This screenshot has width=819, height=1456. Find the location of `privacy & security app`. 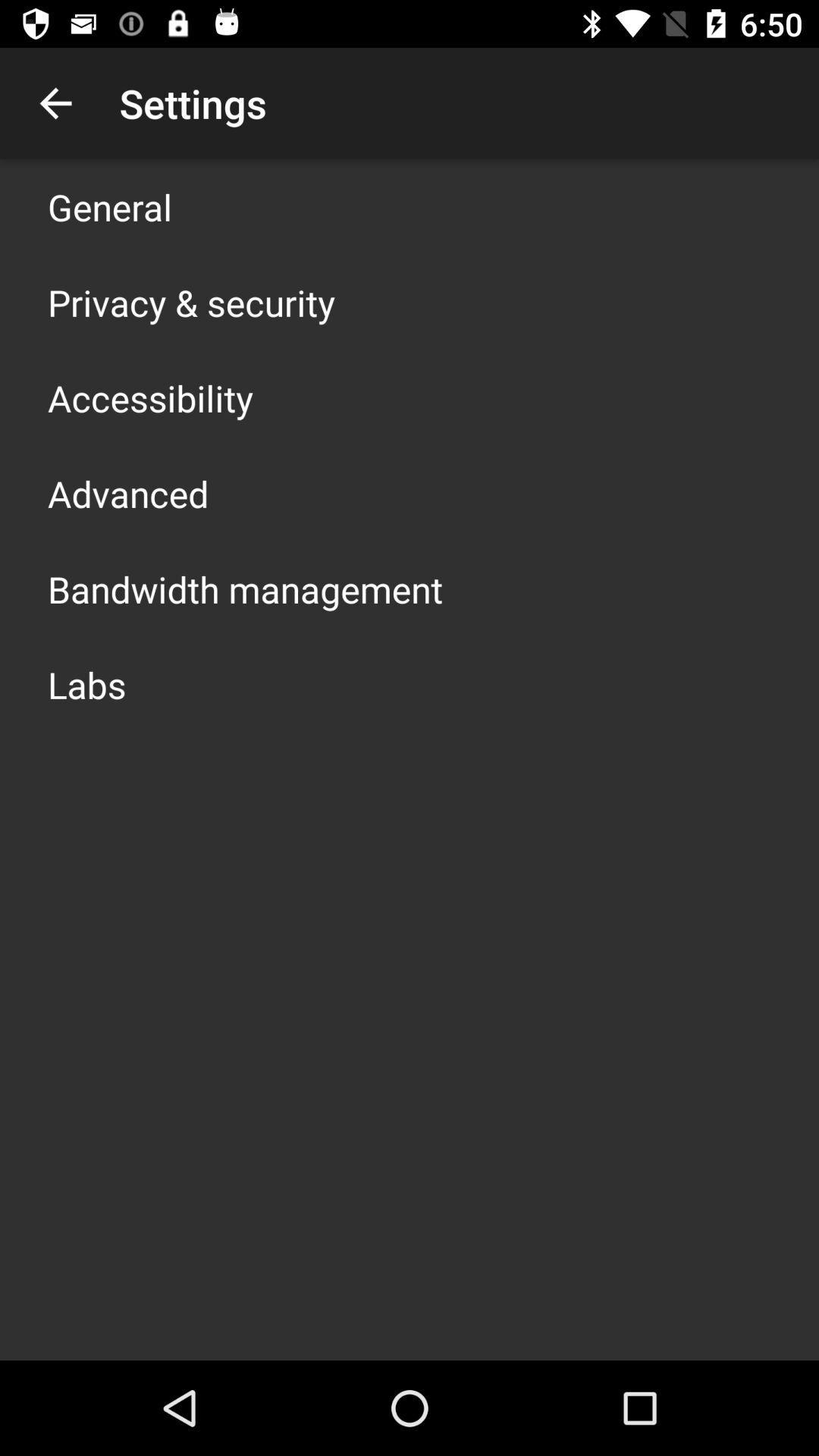

privacy & security app is located at coordinates (190, 302).